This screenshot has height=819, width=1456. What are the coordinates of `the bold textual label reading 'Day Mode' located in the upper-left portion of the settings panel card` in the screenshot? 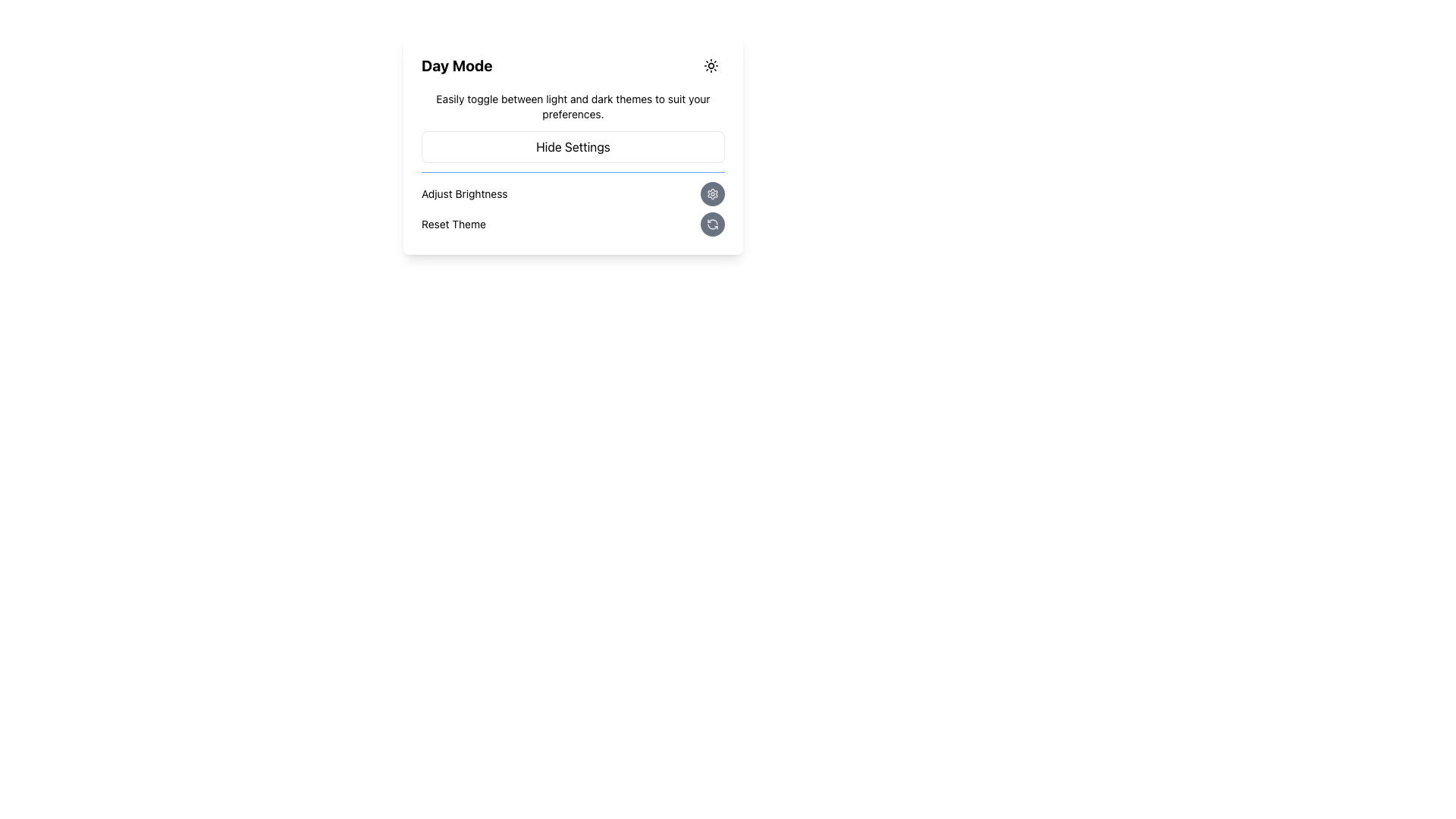 It's located at (456, 65).